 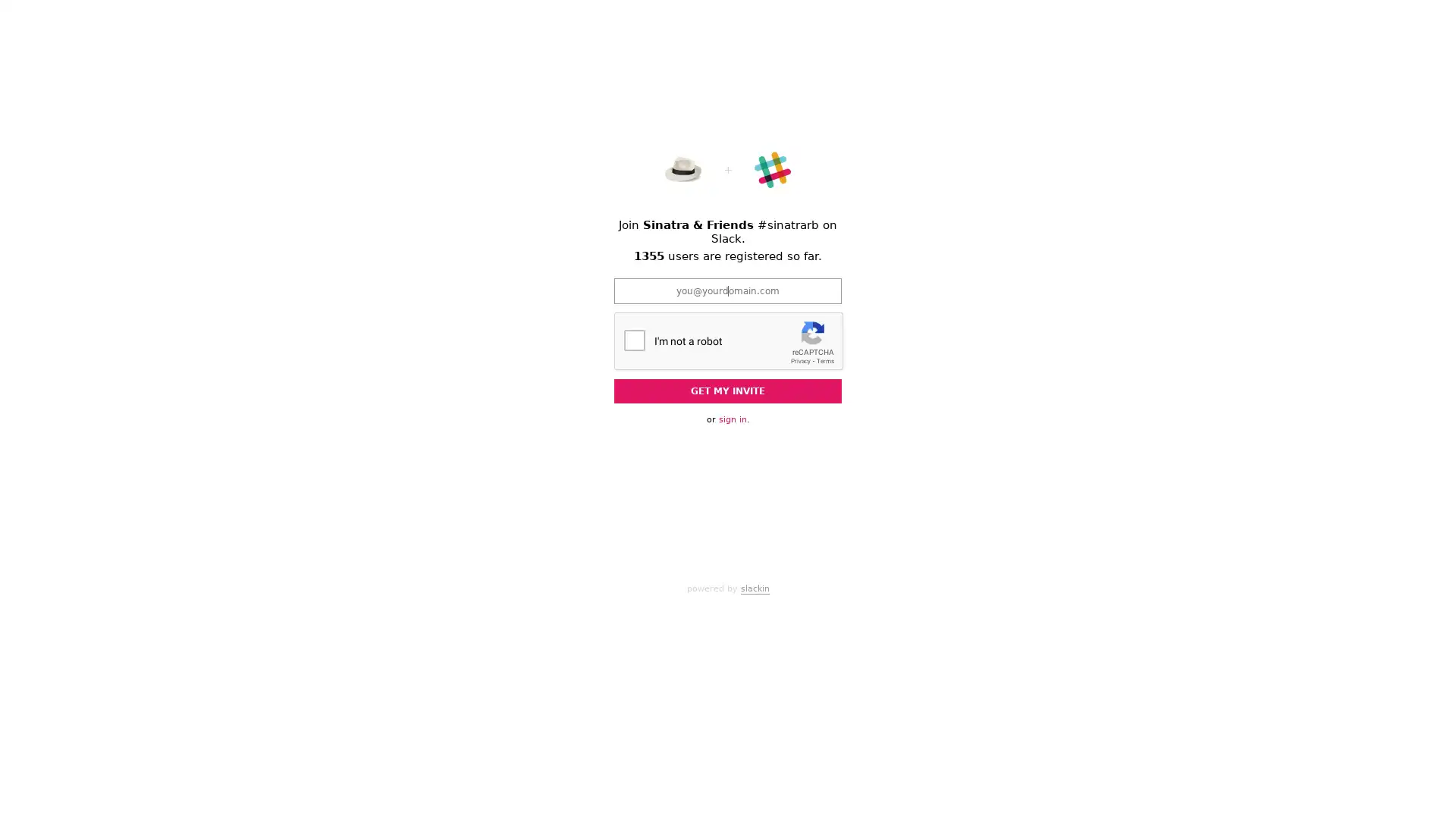 I want to click on GET MY INVITE, so click(x=728, y=391).